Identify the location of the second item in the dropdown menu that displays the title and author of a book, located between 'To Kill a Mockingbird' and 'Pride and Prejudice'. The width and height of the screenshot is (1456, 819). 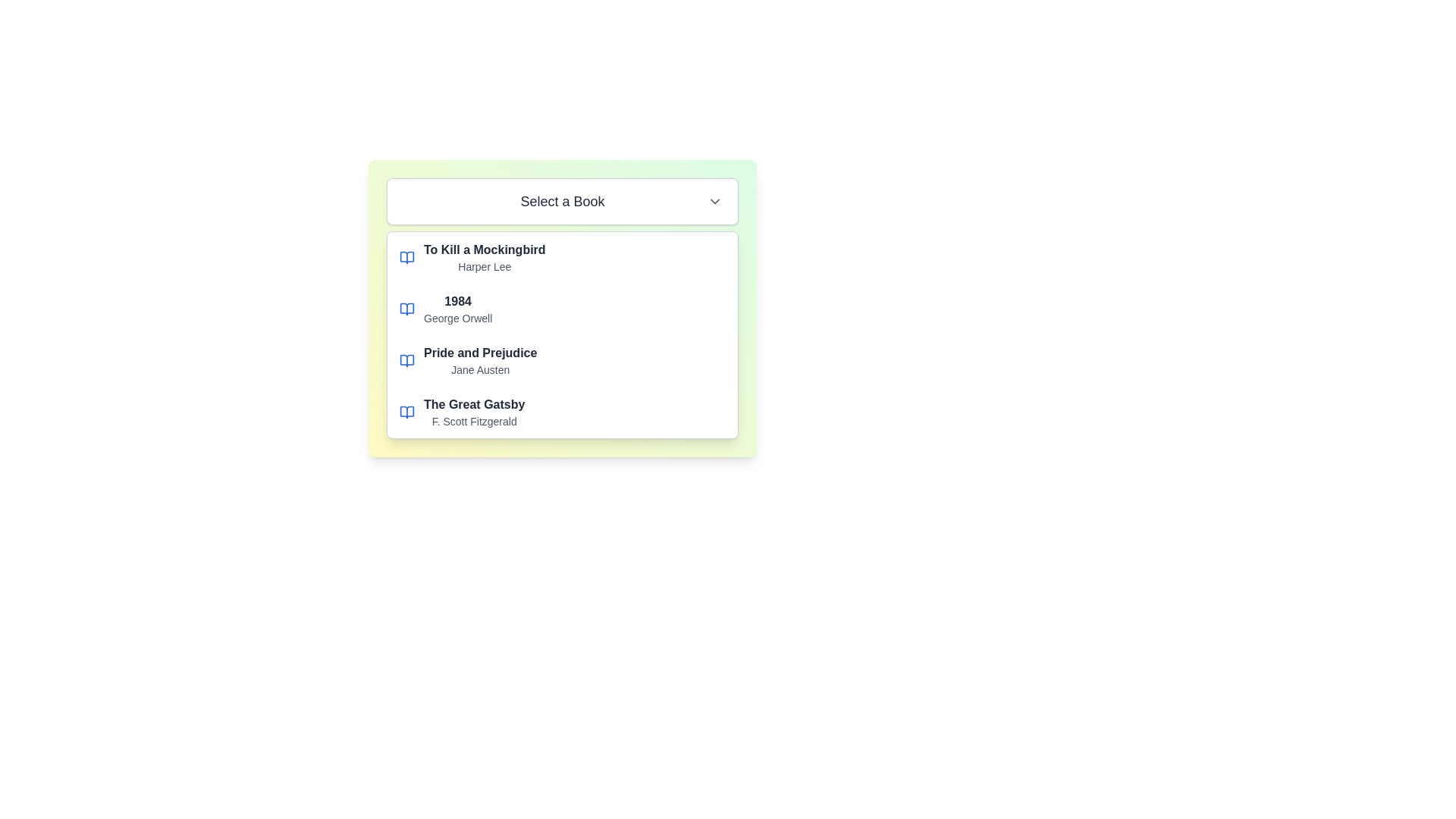
(457, 309).